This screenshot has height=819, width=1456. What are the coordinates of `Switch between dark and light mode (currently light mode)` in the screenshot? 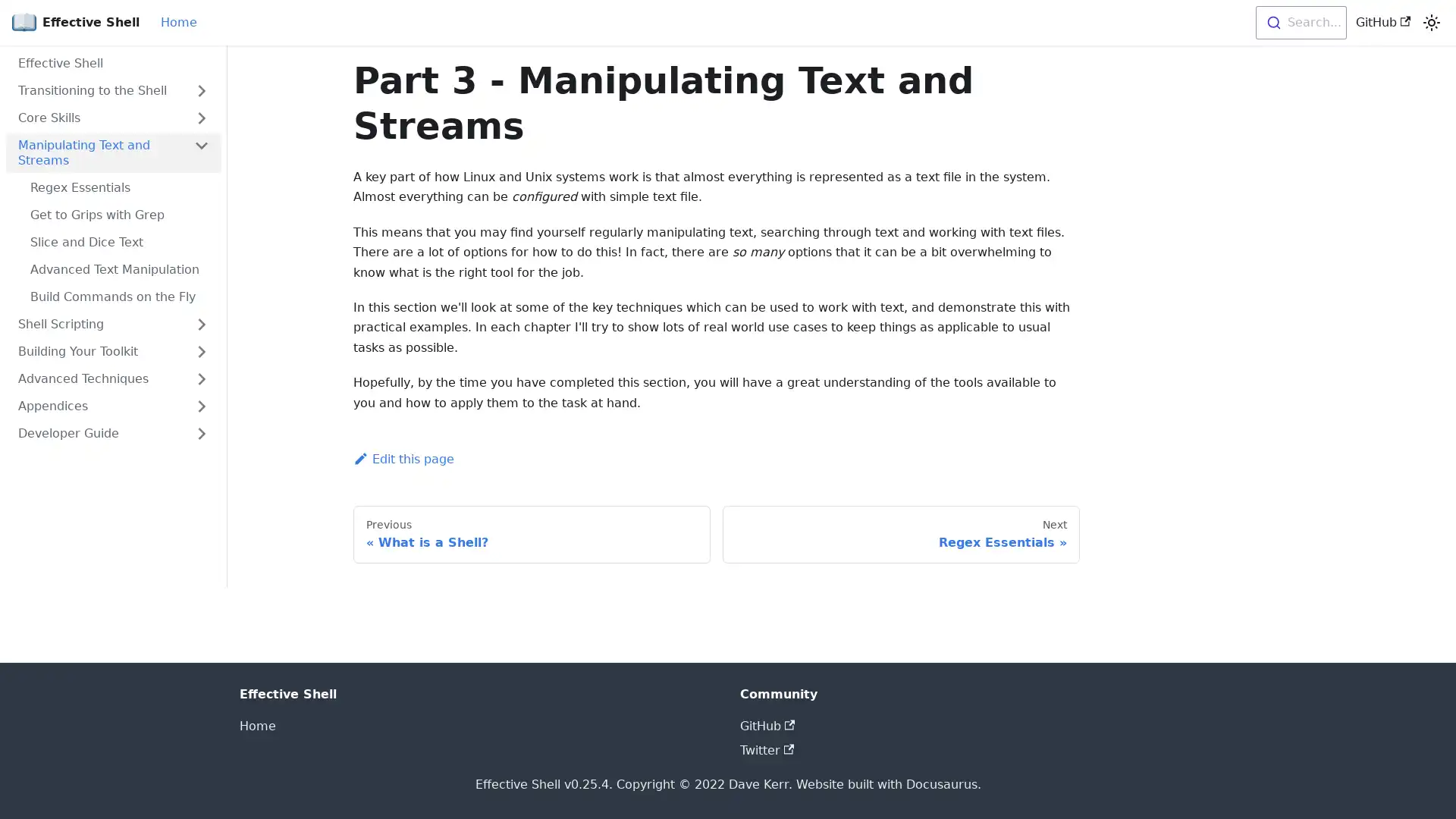 It's located at (1430, 23).